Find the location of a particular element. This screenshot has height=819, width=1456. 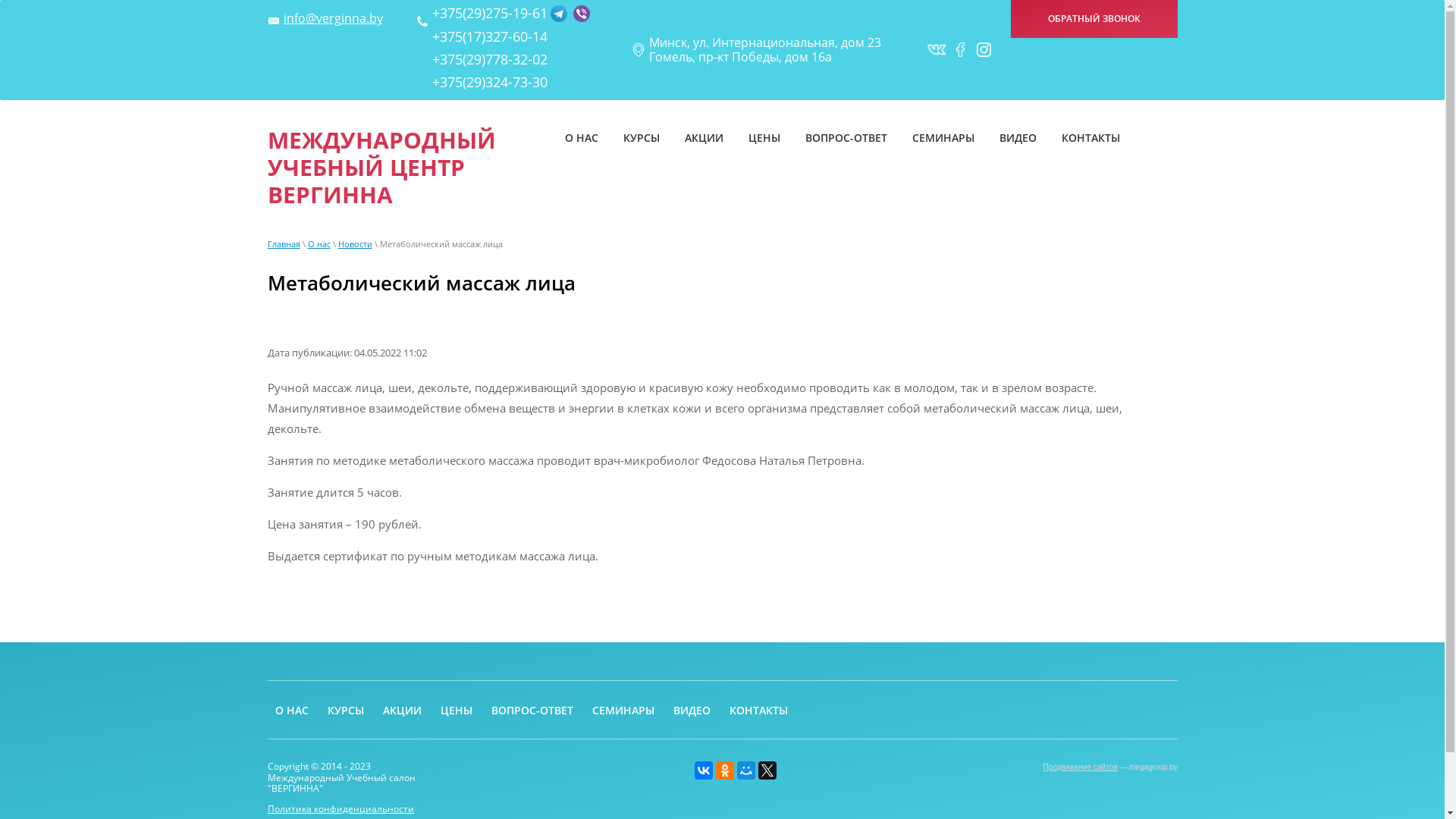

'+375(29)778-32-02' is located at coordinates (490, 58).